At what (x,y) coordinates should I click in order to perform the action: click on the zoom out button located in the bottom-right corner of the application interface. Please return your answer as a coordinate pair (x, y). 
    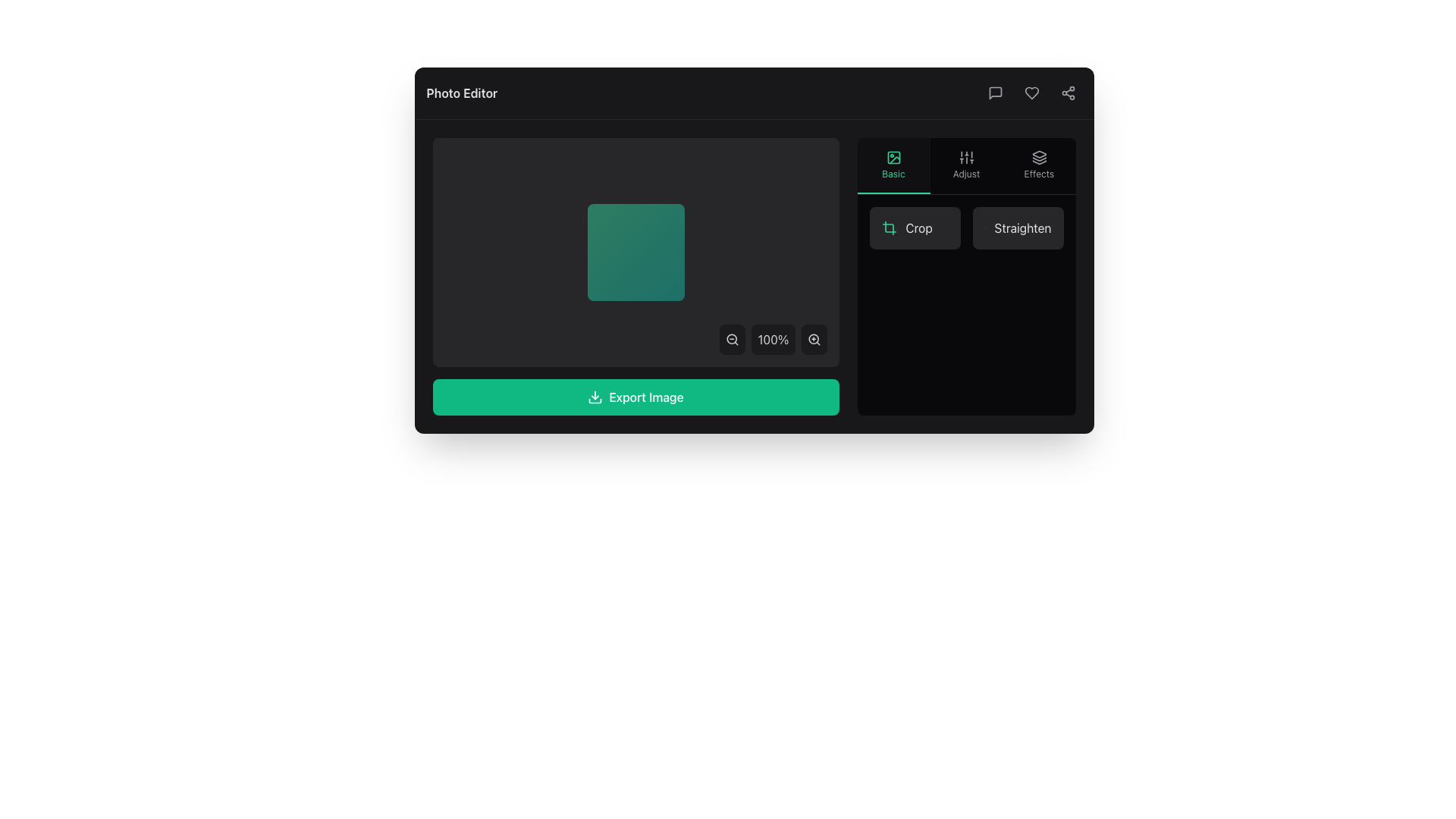
    Looking at the image, I should click on (733, 338).